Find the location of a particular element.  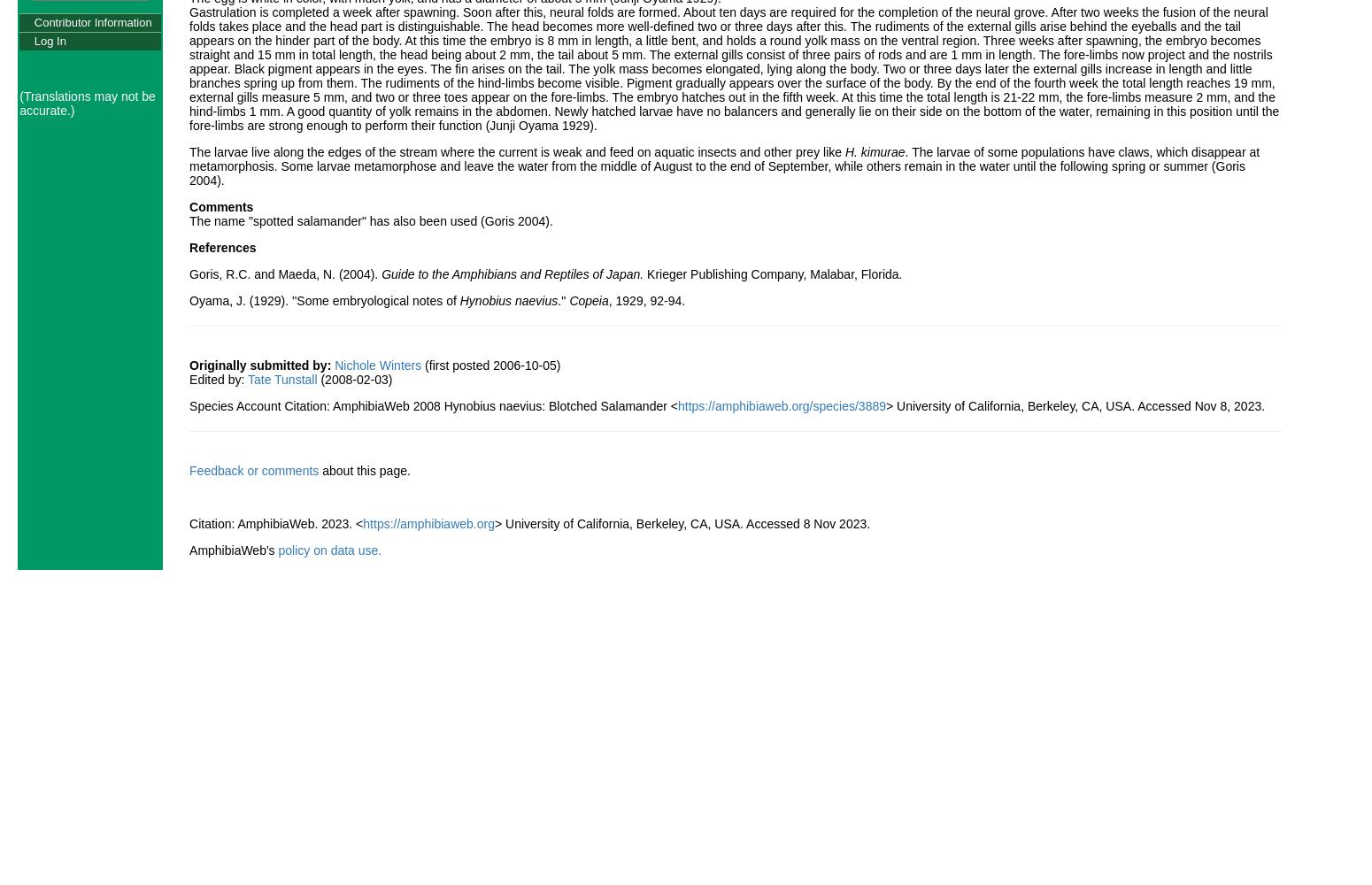

'. The larvae of some populations have claws, which disappear at metamorphosis.  
Some larvae metamorphose and leave the water from the middle of August to the end of September, while others remain in the water until the following spring or summer (Goris 2004).' is located at coordinates (723, 165).